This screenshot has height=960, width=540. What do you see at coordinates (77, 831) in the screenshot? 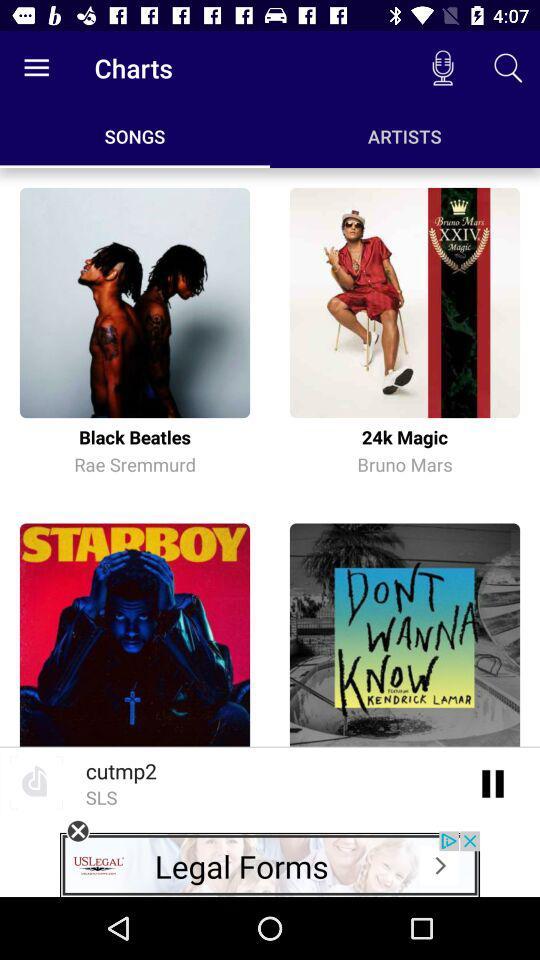
I see `advertisement` at bounding box center [77, 831].